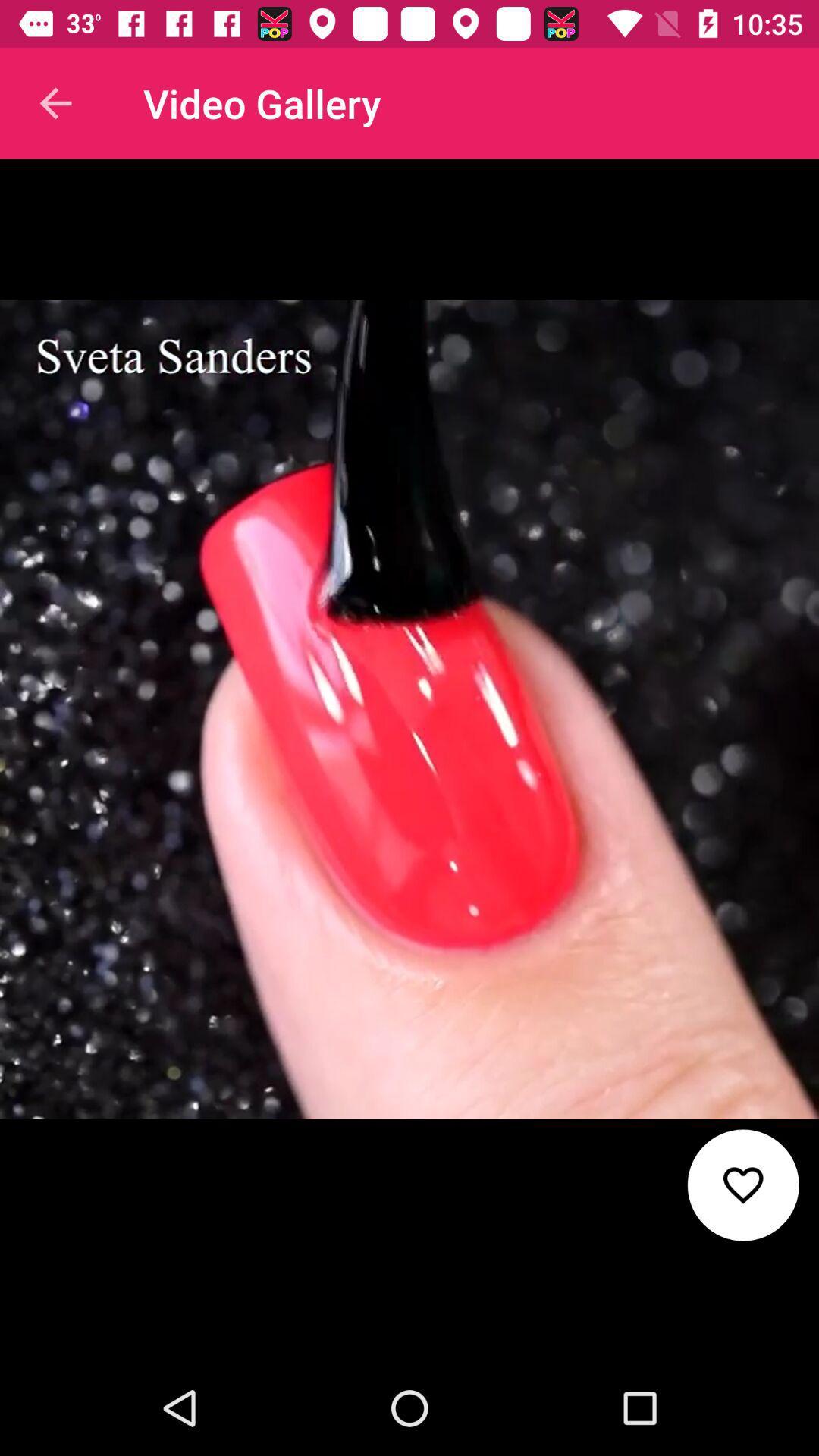  Describe the element at coordinates (742, 1185) in the screenshot. I see `mark as favorite` at that location.